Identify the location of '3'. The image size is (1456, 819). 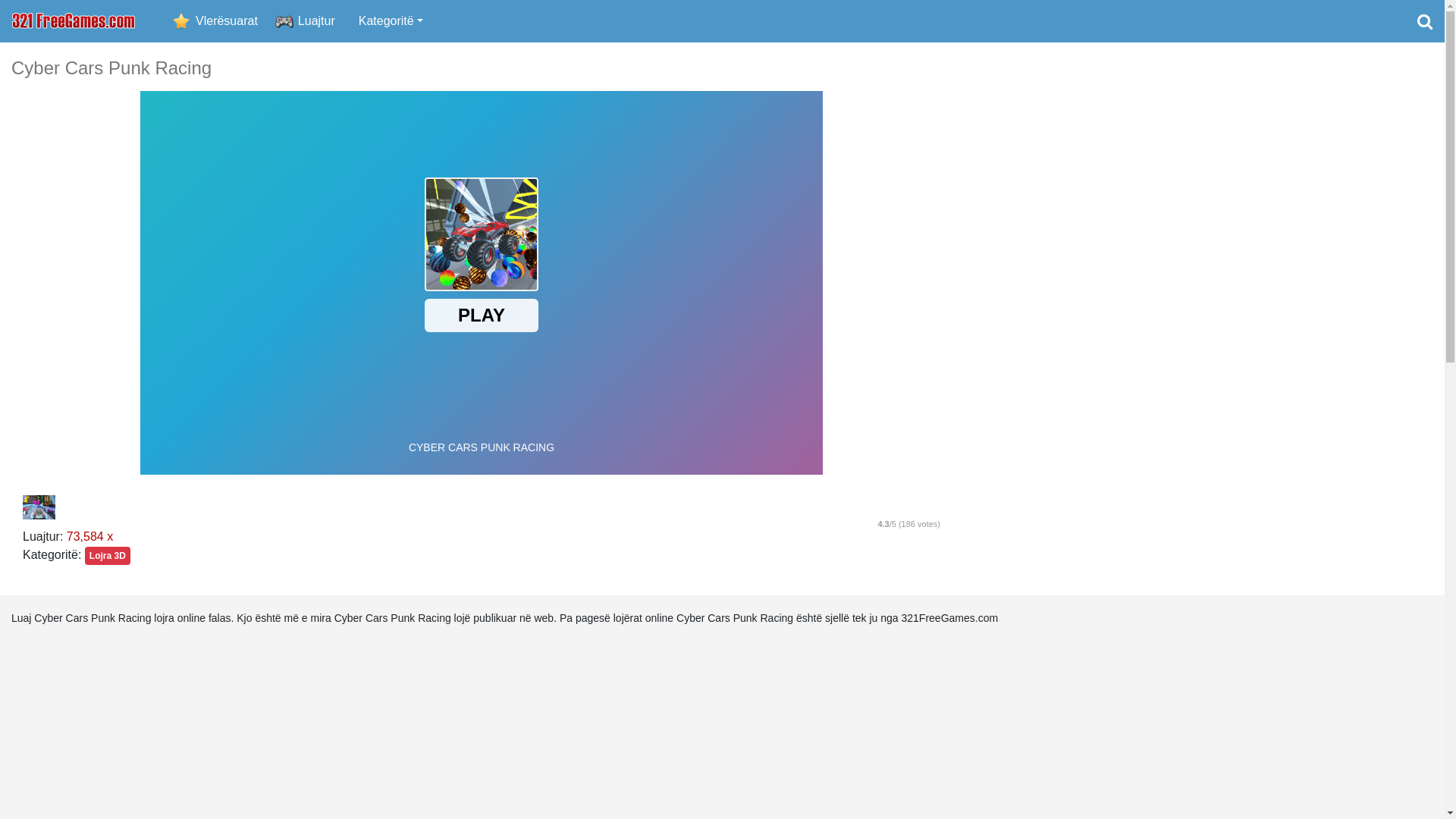
(883, 506).